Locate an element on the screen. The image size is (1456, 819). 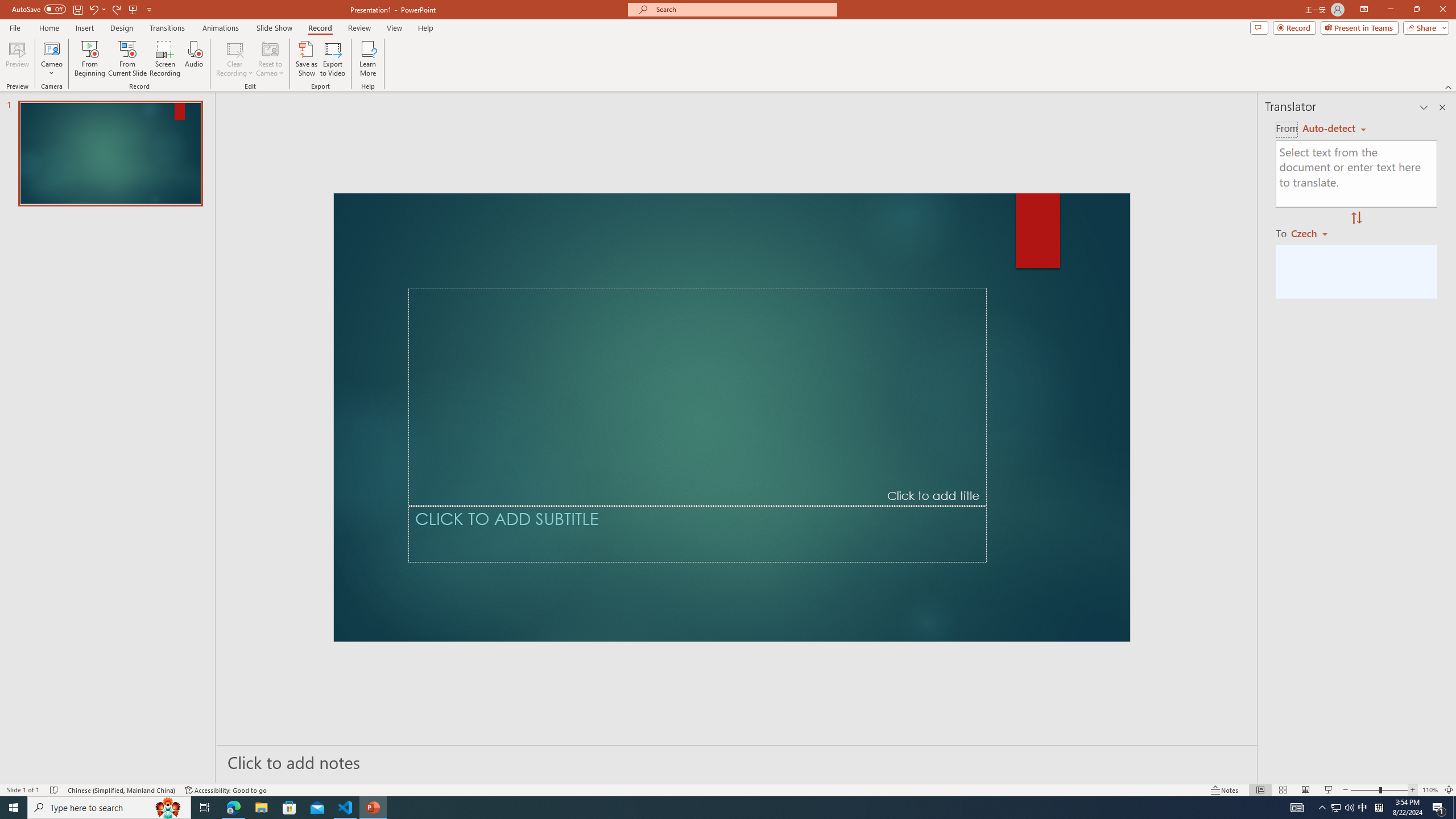
'Zoom In' is located at coordinates (1413, 773).